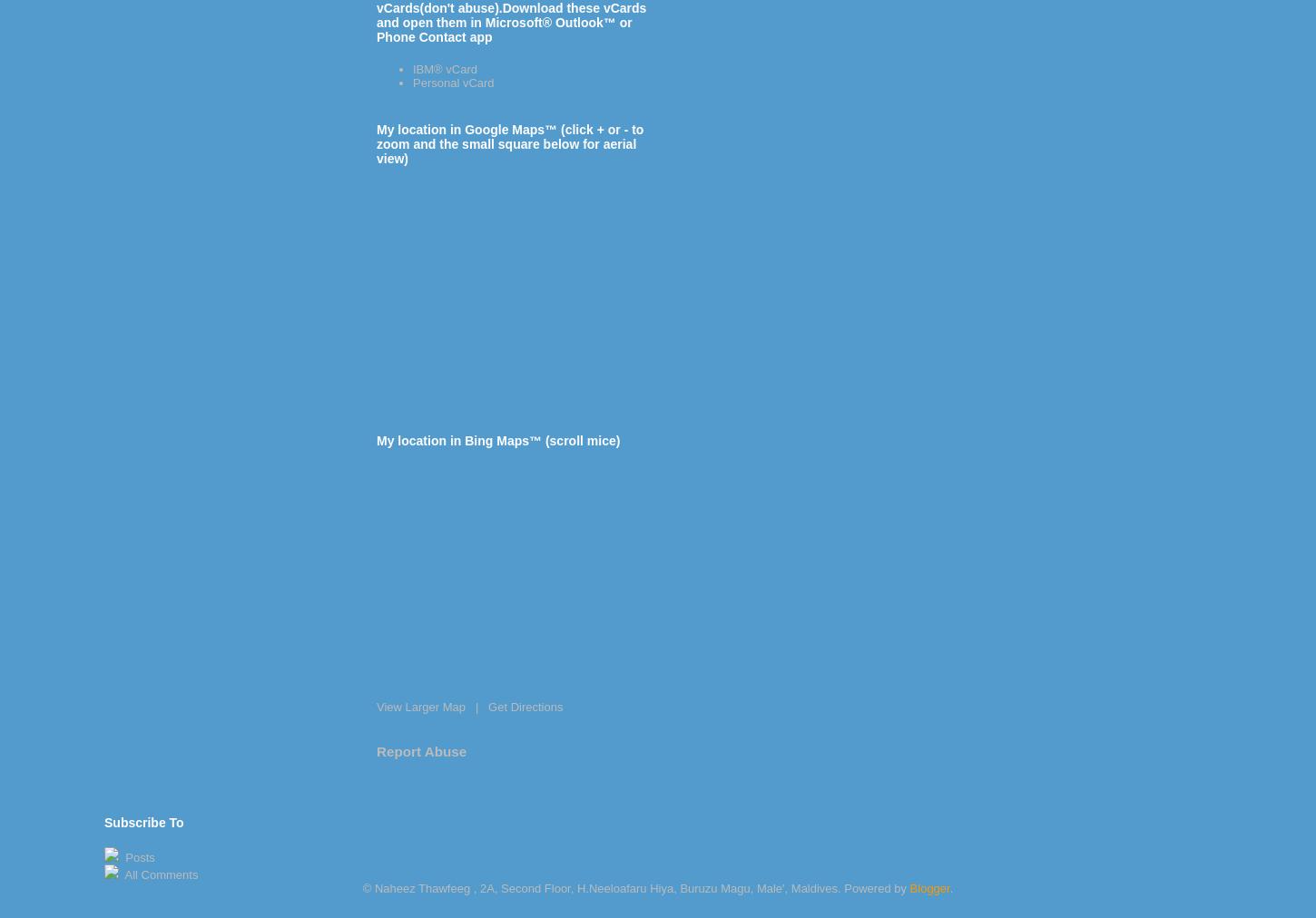  I want to click on 'View Larger Map', so click(420, 706).